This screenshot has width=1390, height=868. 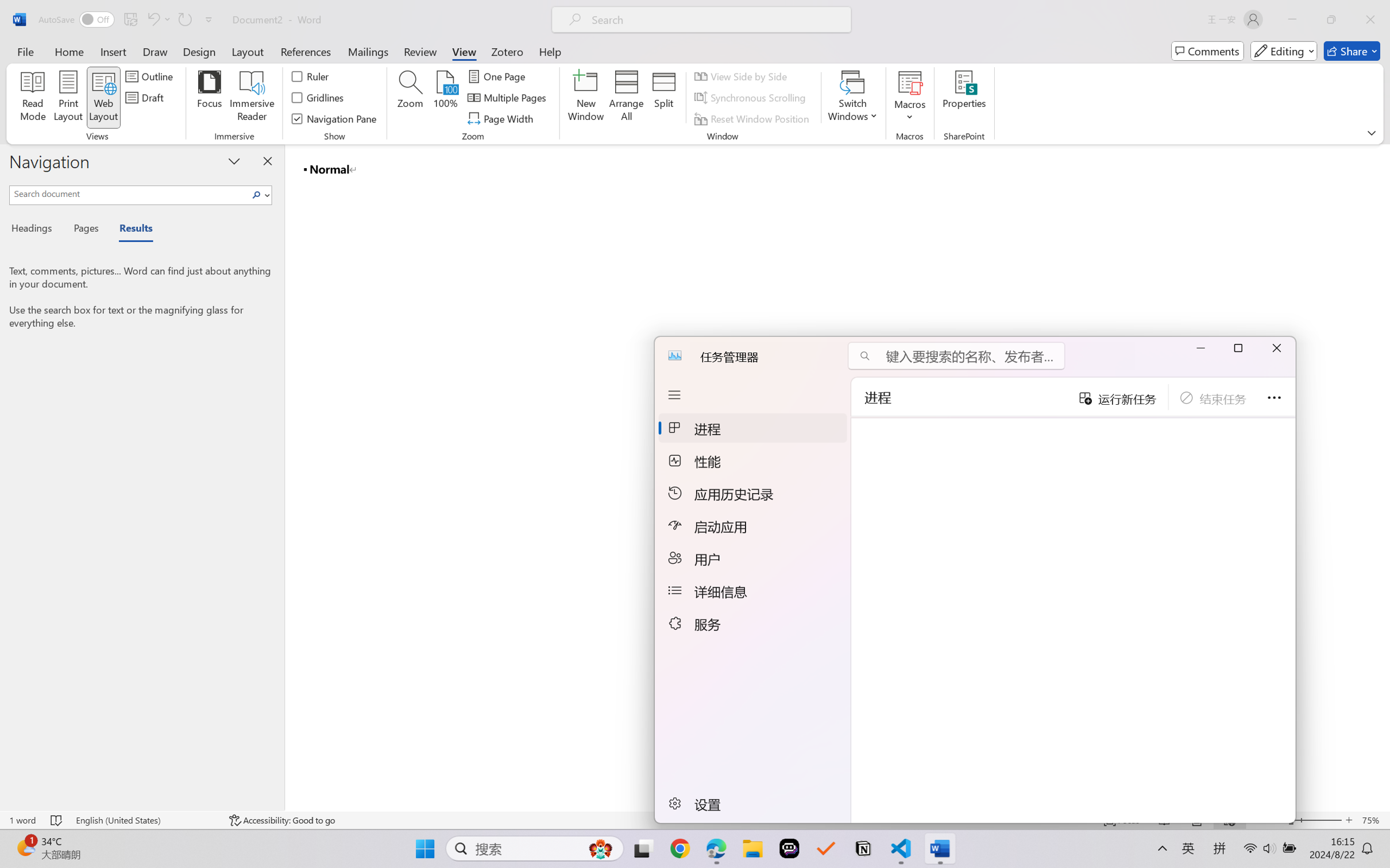 What do you see at coordinates (420, 51) in the screenshot?
I see `'Review'` at bounding box center [420, 51].